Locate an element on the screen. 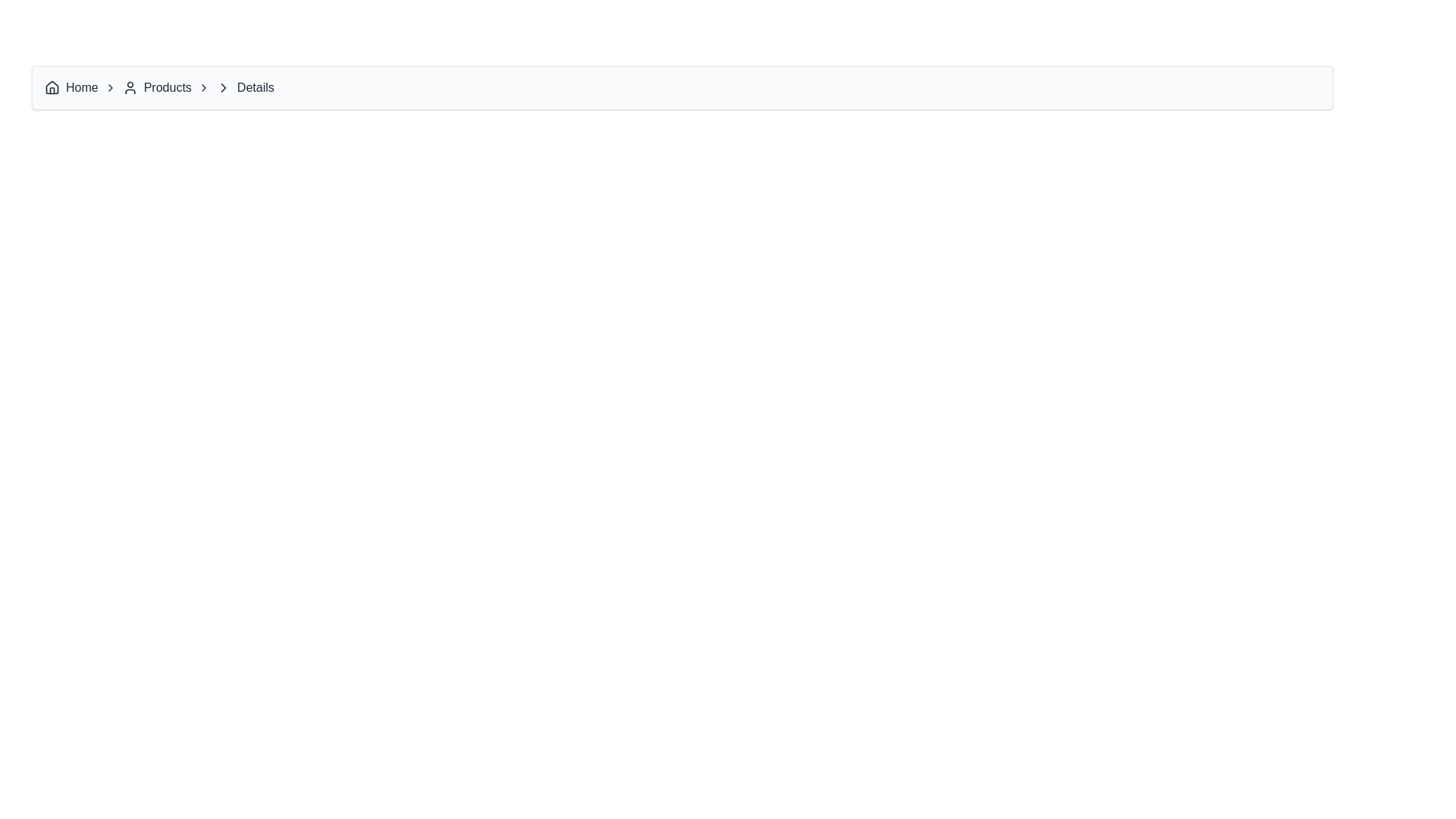  the small house-shaped icon located at the top left of the interface is located at coordinates (52, 87).